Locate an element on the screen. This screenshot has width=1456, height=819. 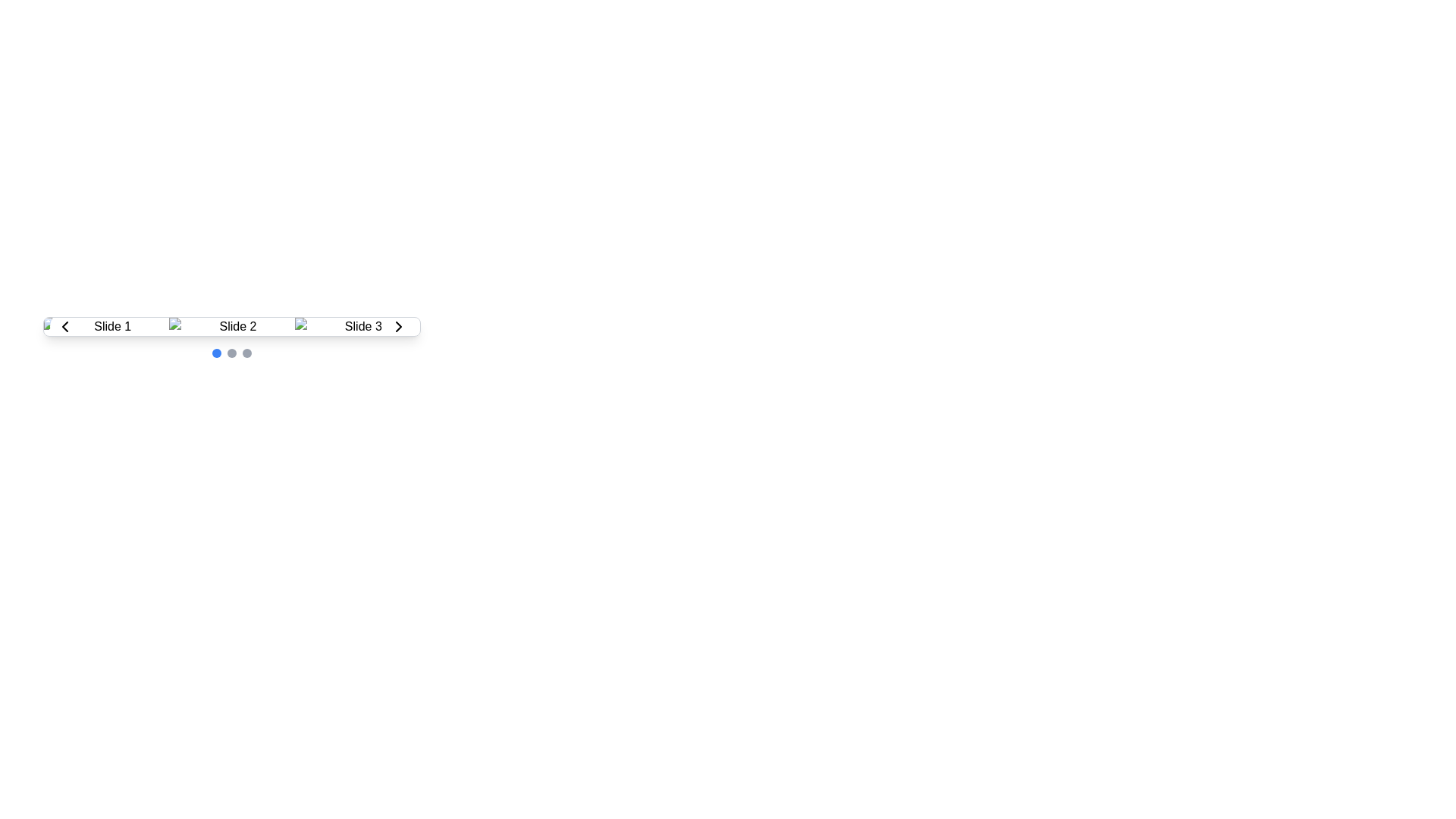
the middle slide labeled 'Slide 2' within the carousel is located at coordinates (231, 326).